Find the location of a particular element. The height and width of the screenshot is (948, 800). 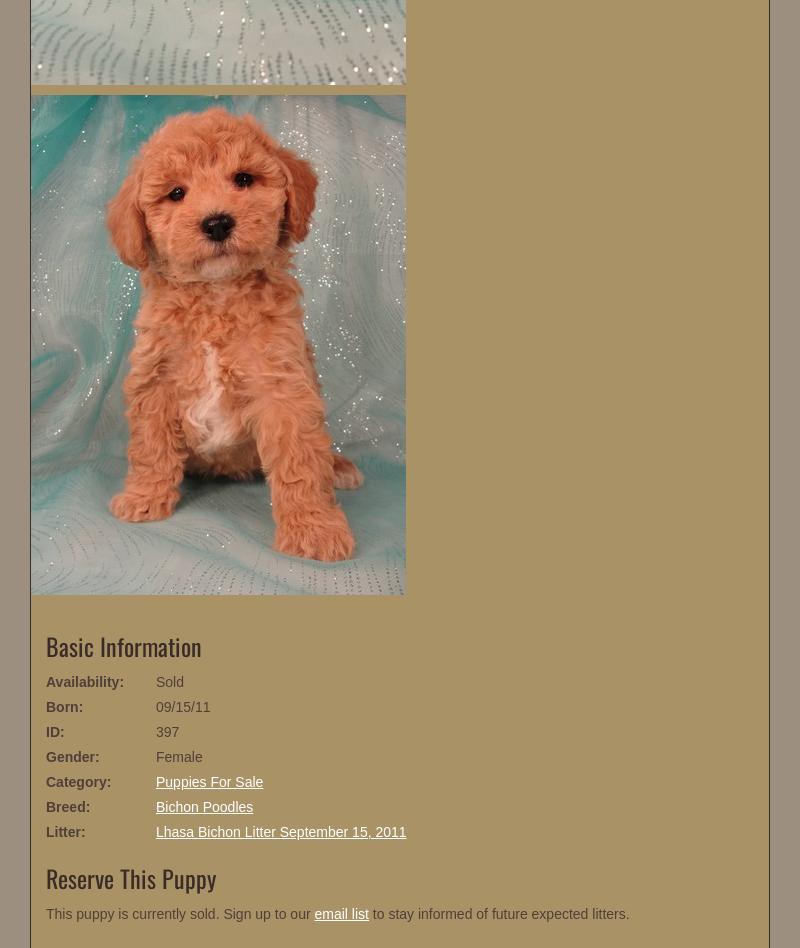

'Litter:' is located at coordinates (64, 830).